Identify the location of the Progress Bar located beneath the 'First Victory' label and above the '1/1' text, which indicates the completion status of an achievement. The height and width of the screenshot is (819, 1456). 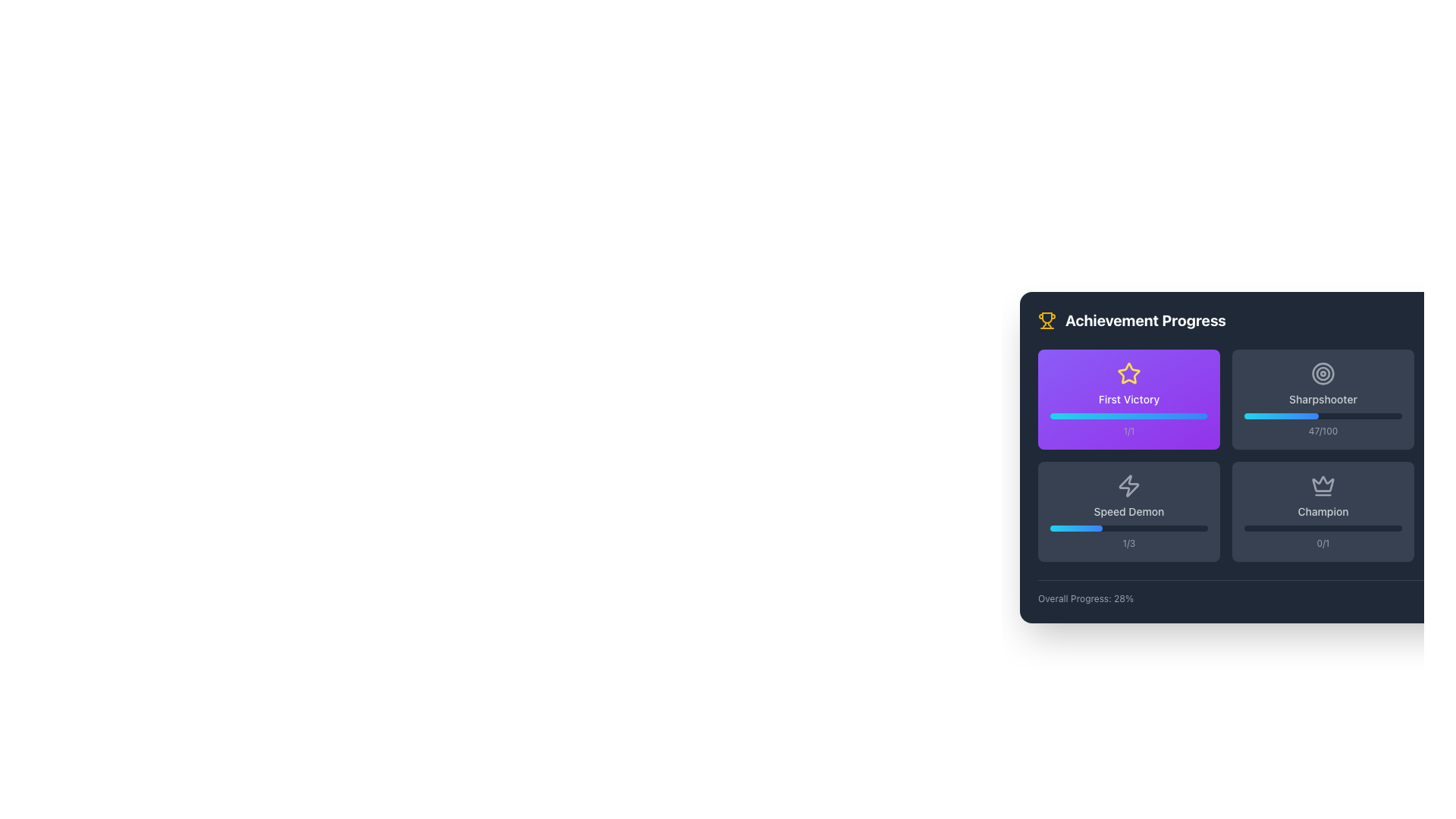
(1128, 416).